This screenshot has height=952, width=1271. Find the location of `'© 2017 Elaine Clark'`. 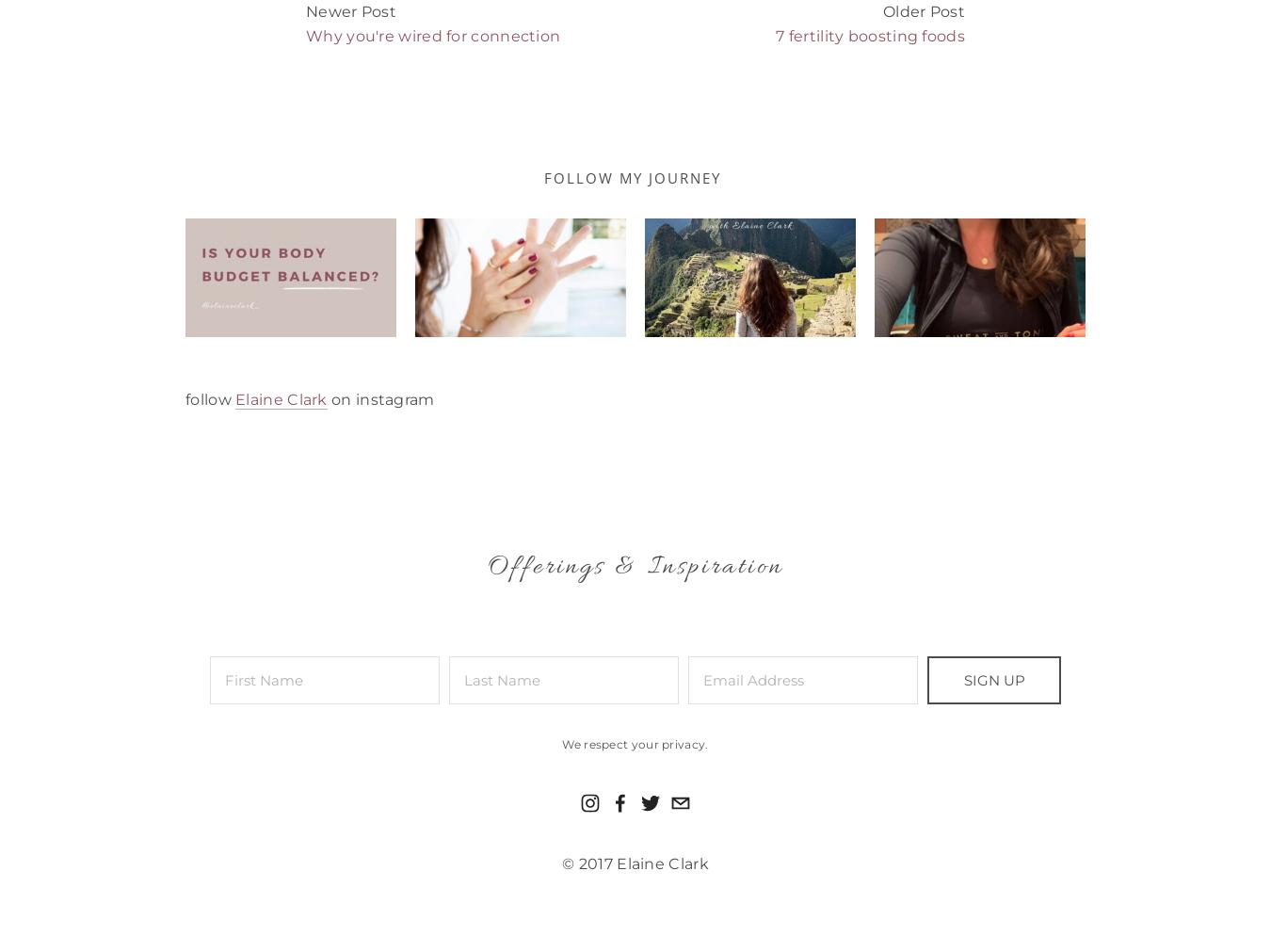

'© 2017 Elaine Clark' is located at coordinates (635, 863).